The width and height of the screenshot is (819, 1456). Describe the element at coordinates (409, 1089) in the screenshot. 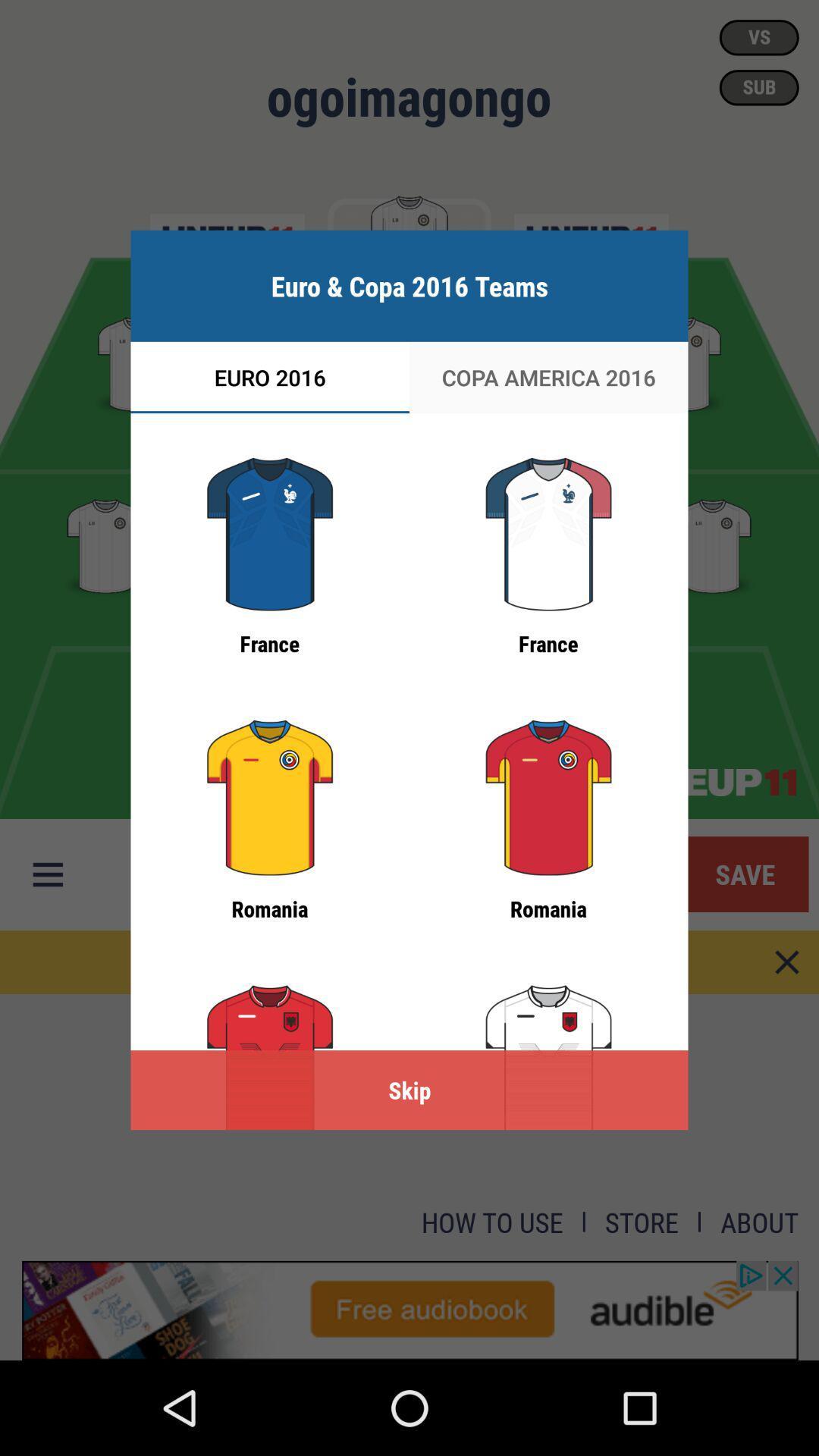

I see `the skip item` at that location.